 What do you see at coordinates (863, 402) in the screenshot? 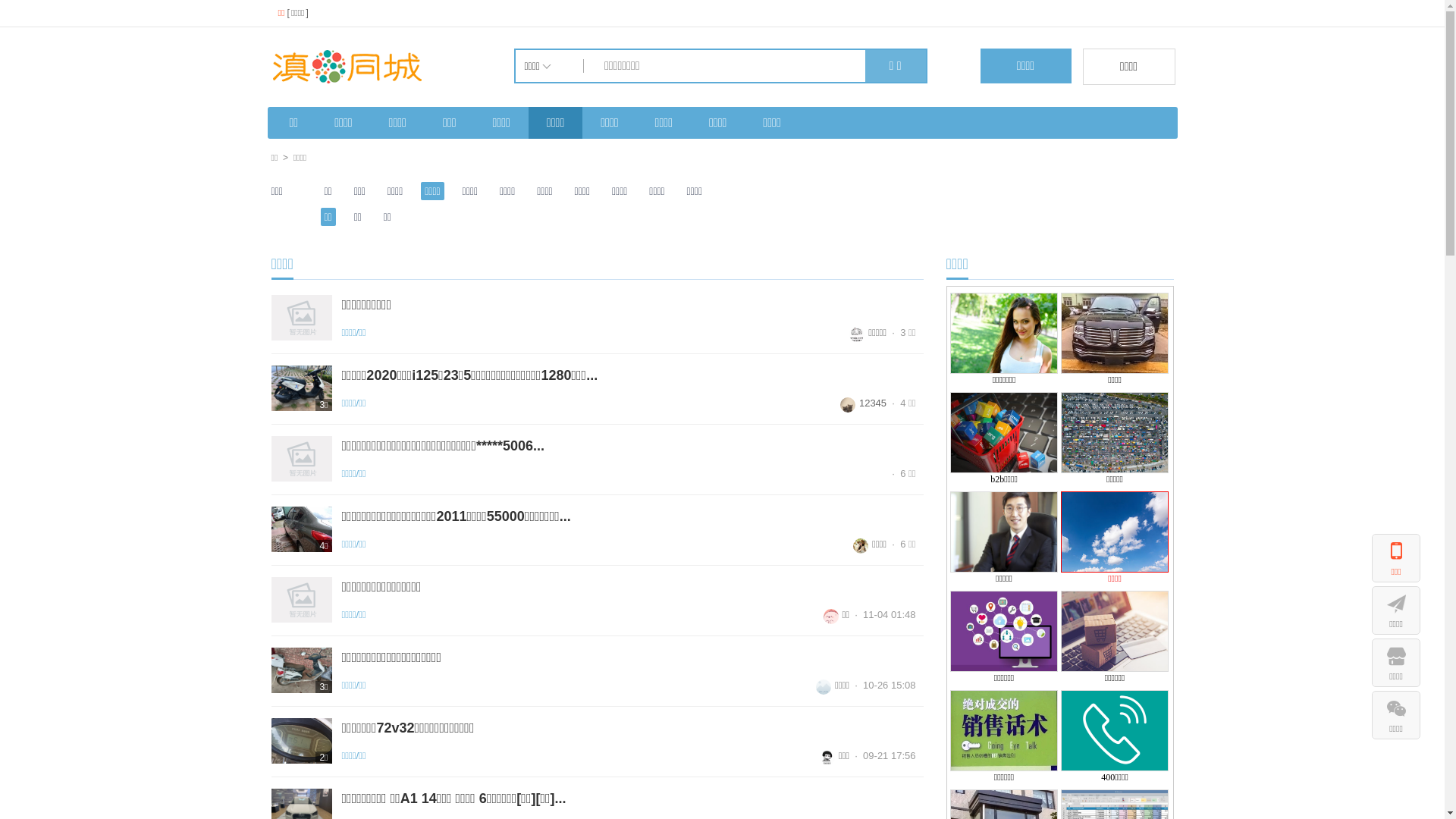
I see `'12345'` at bounding box center [863, 402].